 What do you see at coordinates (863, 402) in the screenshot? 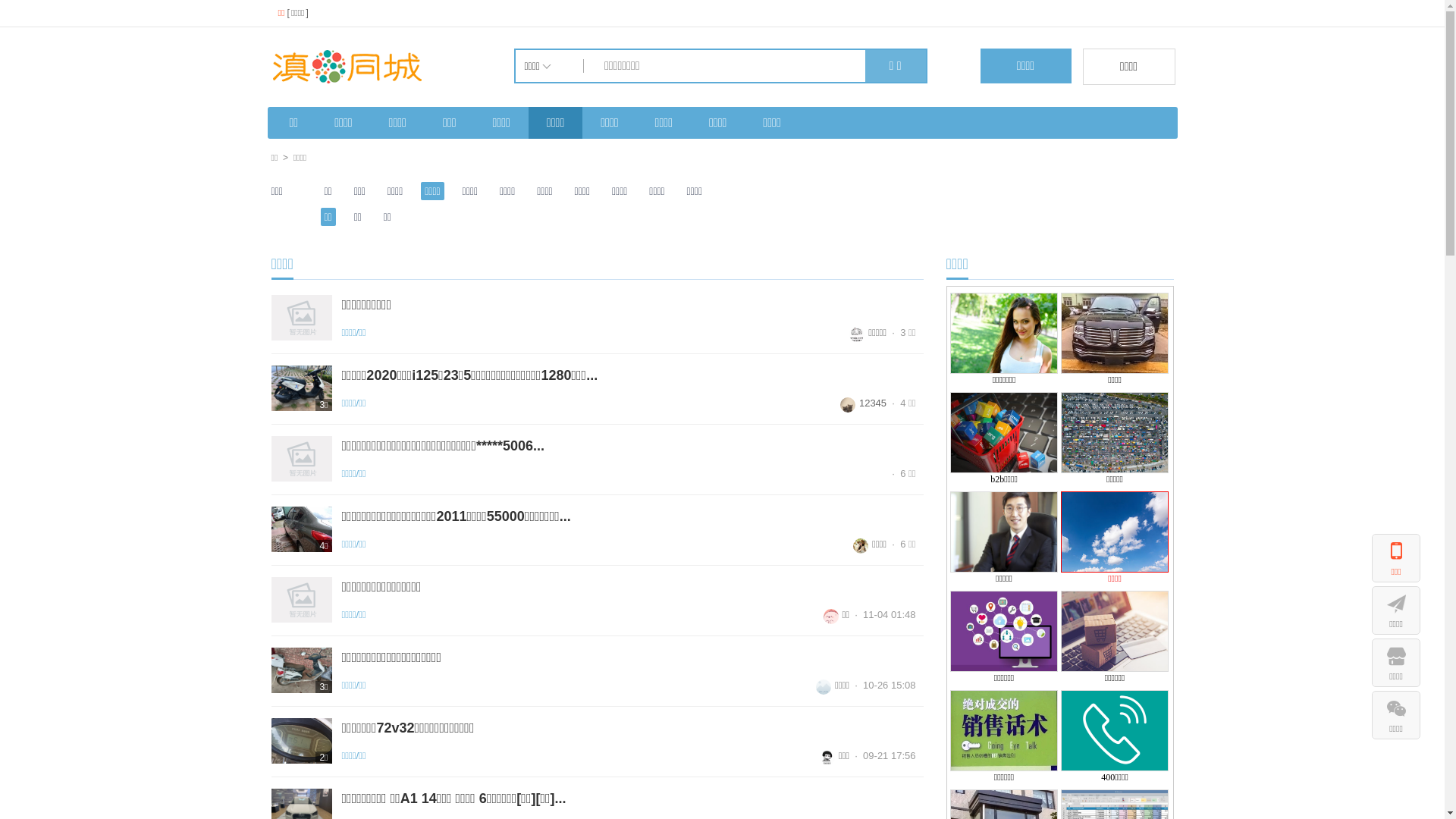
I see `'12345'` at bounding box center [863, 402].